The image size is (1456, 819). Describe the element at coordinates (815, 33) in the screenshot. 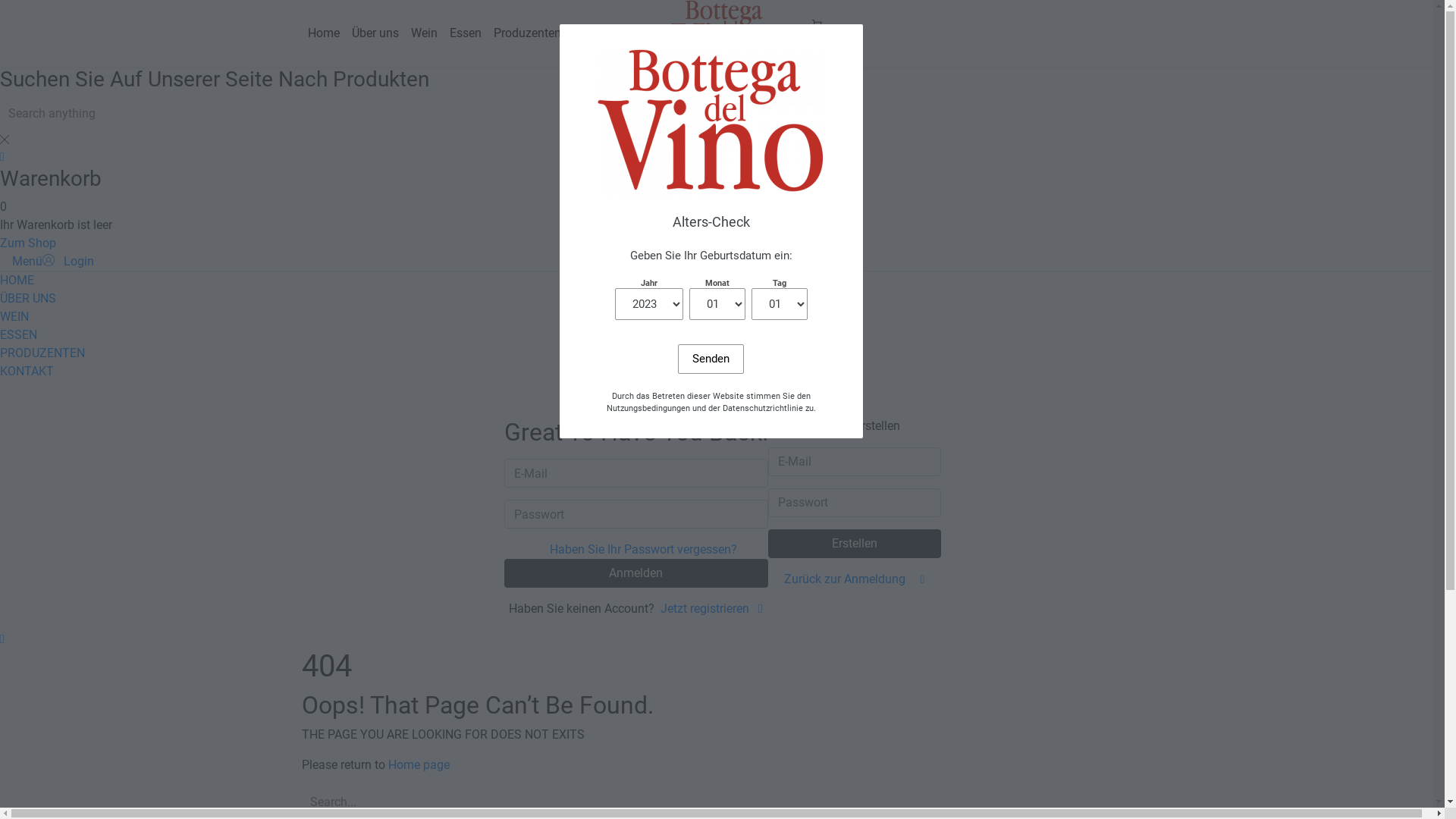

I see `'0'` at that location.